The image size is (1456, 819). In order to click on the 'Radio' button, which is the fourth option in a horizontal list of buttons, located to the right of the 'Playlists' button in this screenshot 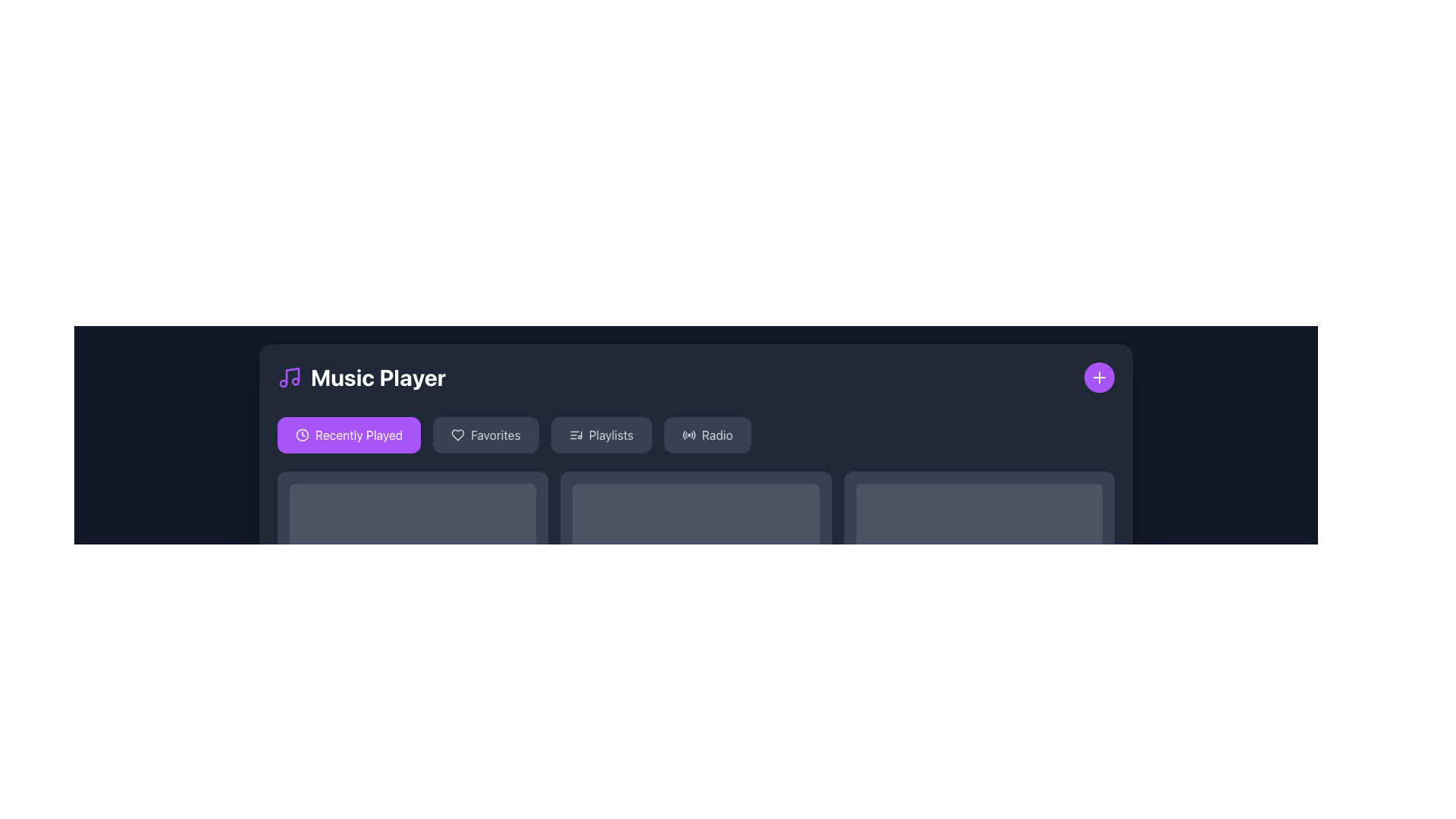, I will do `click(706, 435)`.